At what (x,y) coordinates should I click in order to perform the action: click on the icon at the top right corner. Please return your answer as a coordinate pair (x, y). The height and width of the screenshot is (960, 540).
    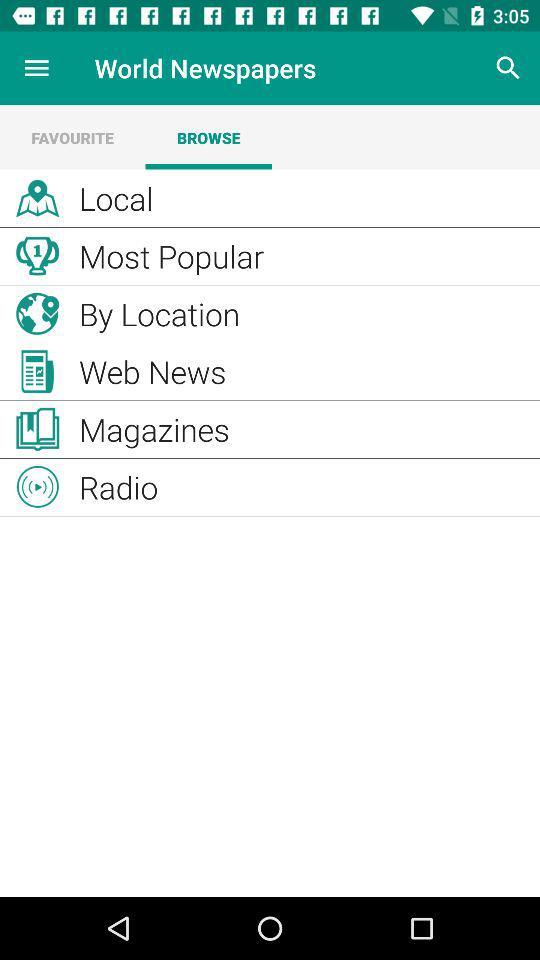
    Looking at the image, I should click on (508, 68).